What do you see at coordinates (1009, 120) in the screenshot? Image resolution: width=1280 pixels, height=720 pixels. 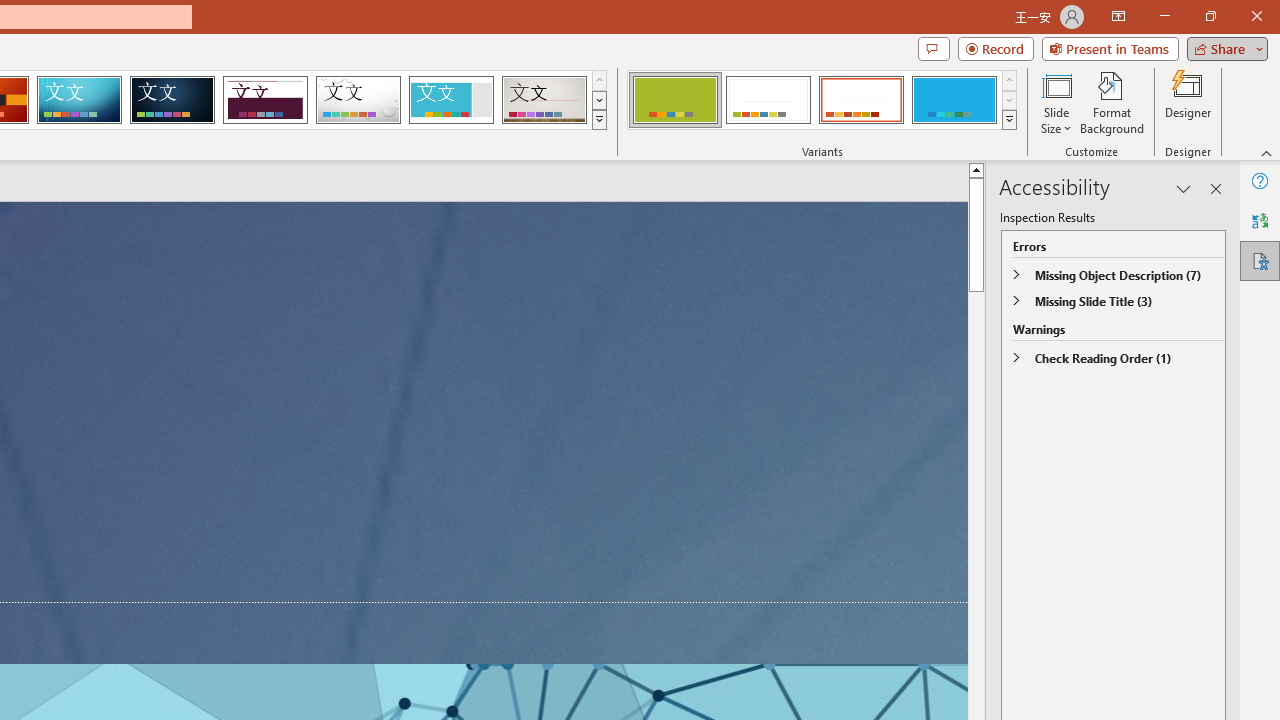 I see `'Variants'` at bounding box center [1009, 120].